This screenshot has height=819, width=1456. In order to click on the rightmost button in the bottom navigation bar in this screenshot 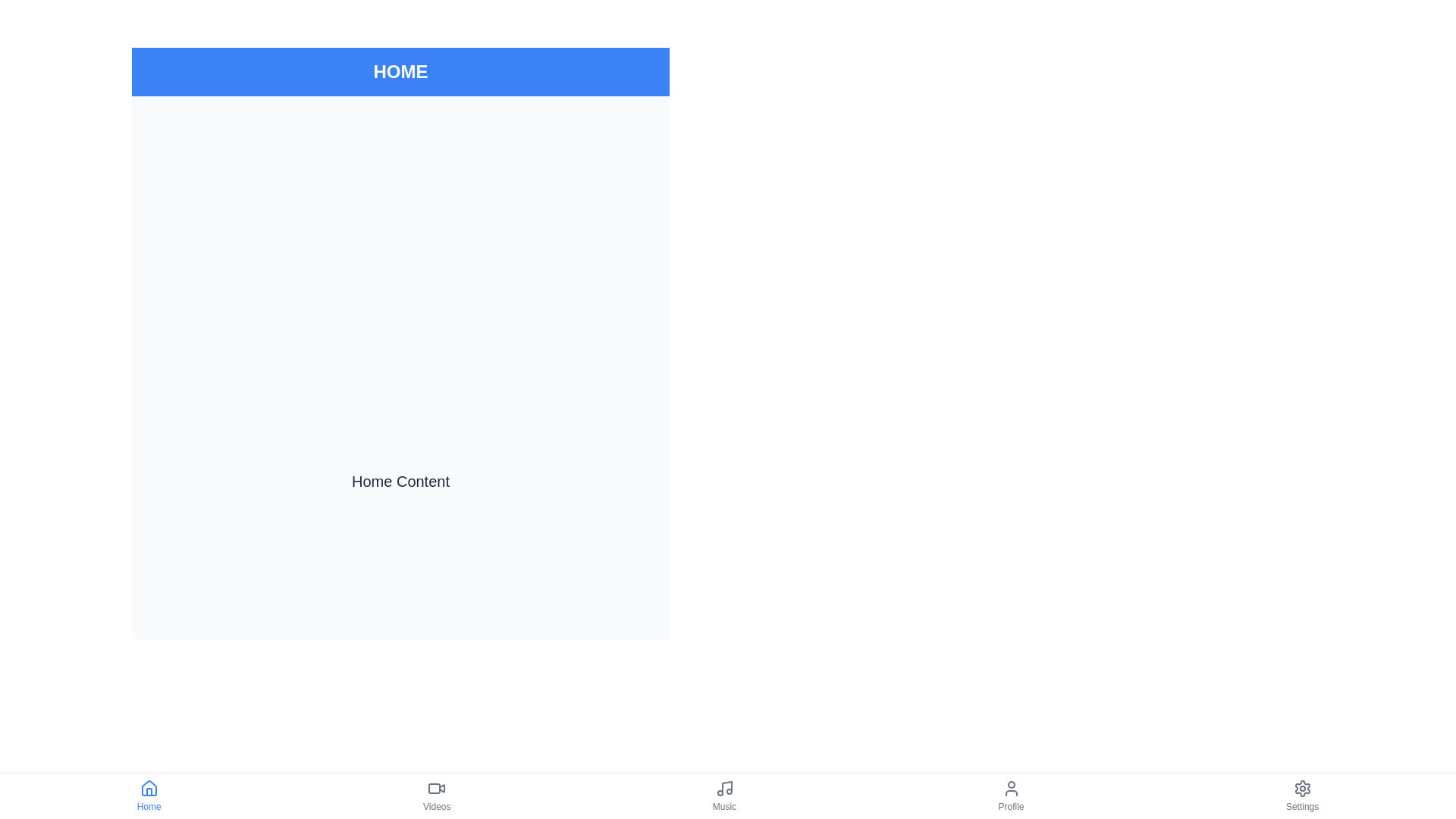, I will do `click(1301, 795)`.